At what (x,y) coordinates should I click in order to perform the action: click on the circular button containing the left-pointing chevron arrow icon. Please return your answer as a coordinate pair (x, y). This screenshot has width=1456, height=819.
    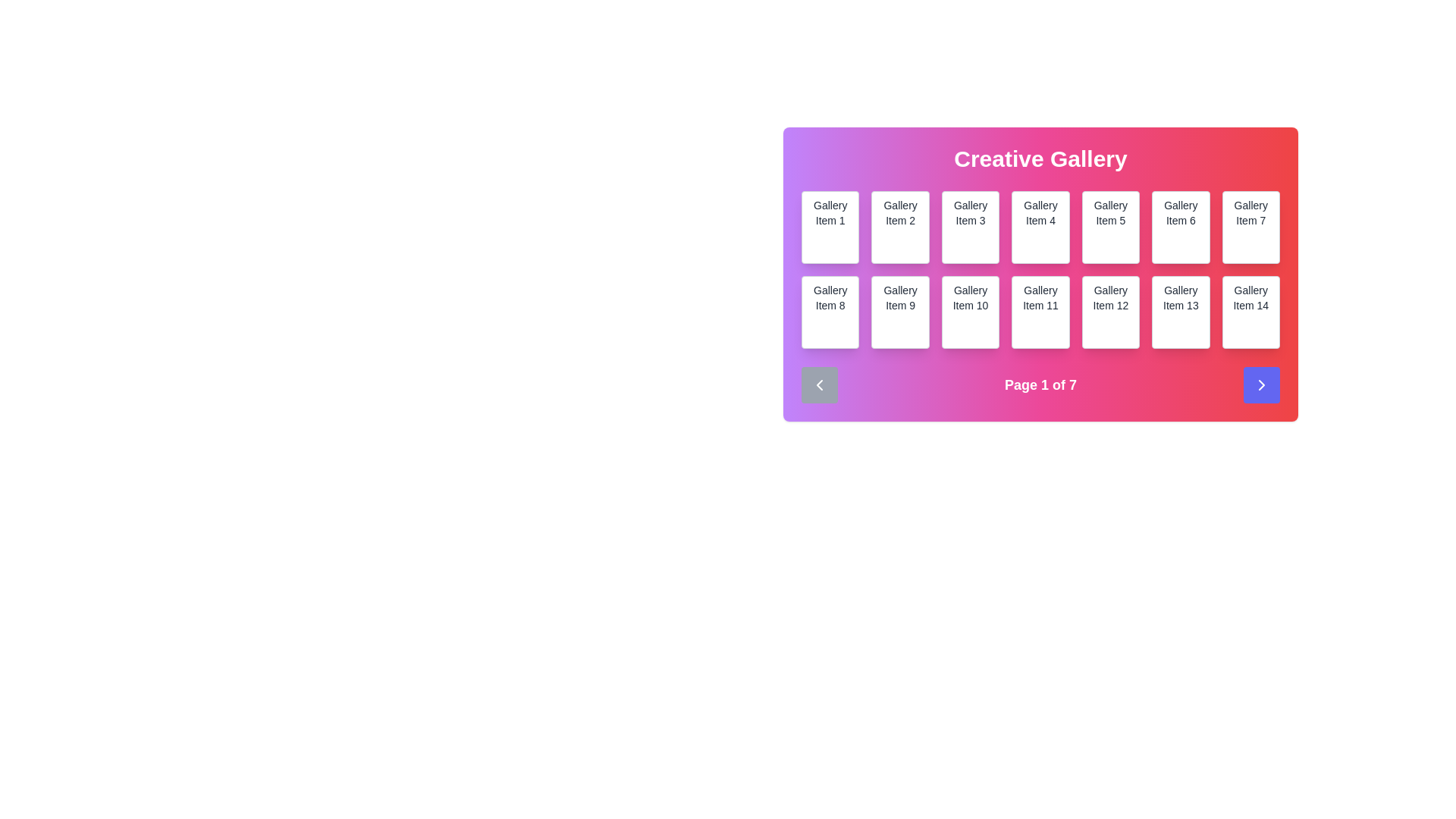
    Looking at the image, I should click on (818, 384).